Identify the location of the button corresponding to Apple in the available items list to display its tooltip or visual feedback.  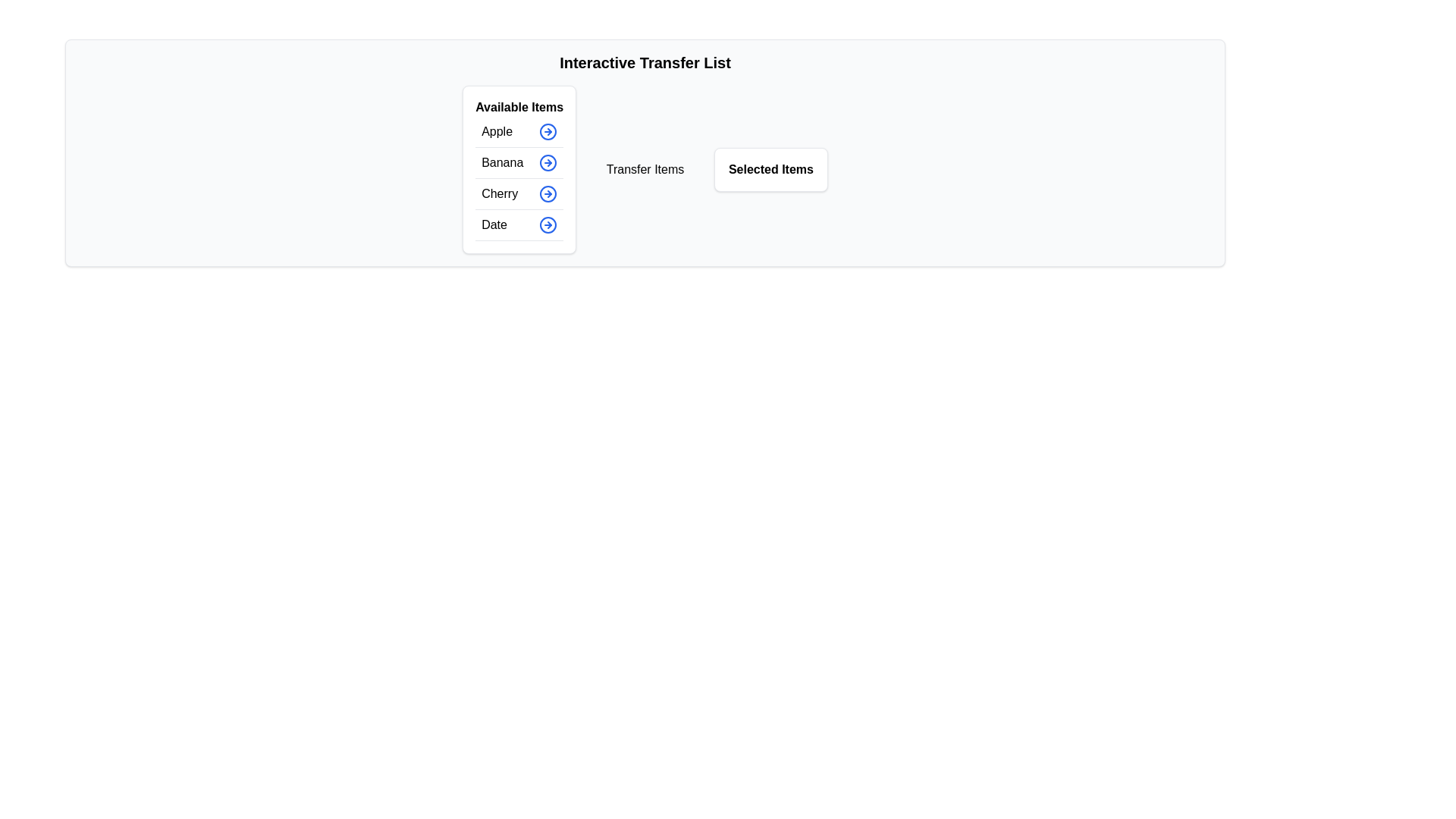
(548, 130).